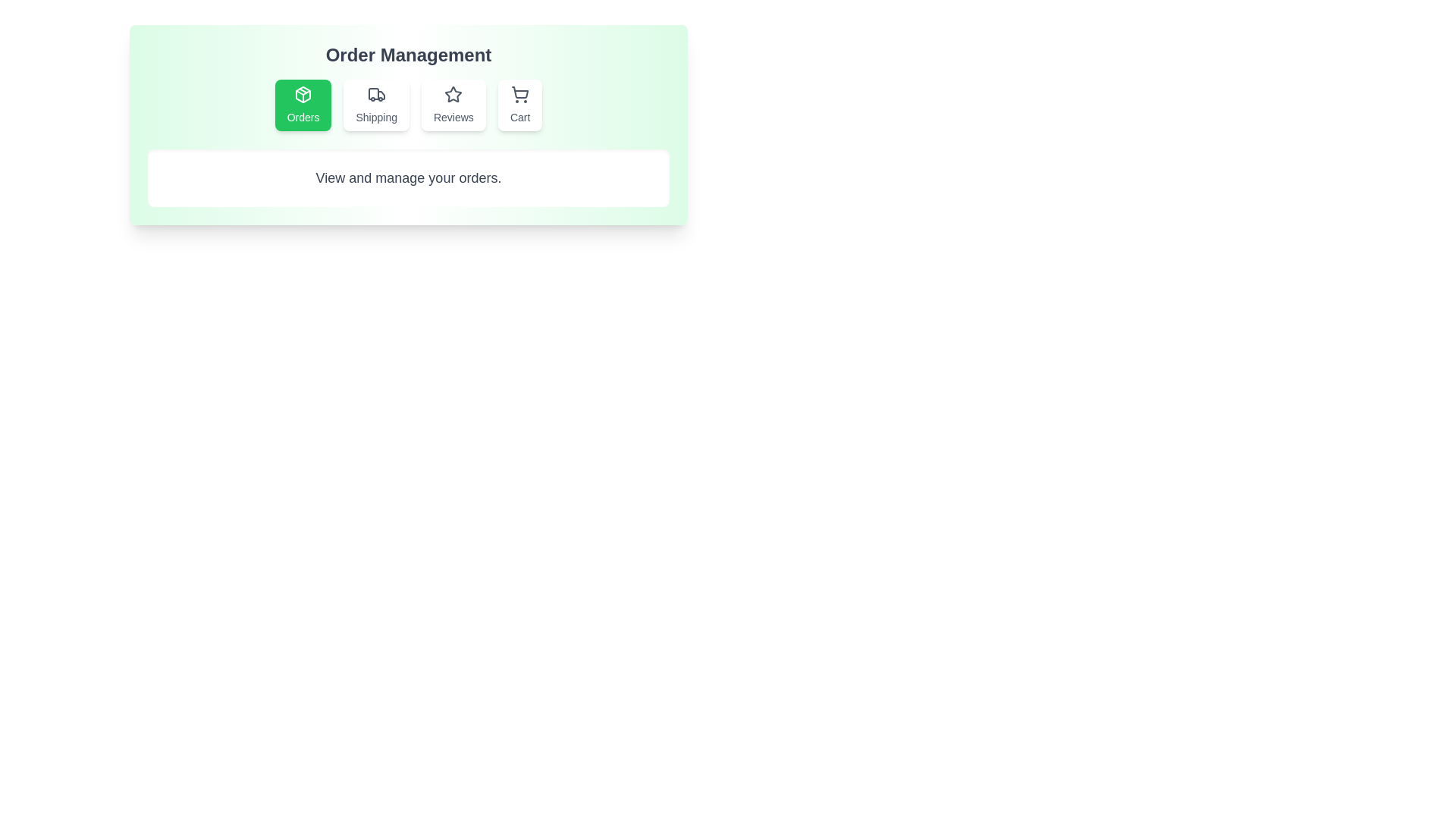 The image size is (1456, 819). Describe the element at coordinates (376, 94) in the screenshot. I see `the truck icon associated with the 'Shipping' label in the 'Order Management' section` at that location.